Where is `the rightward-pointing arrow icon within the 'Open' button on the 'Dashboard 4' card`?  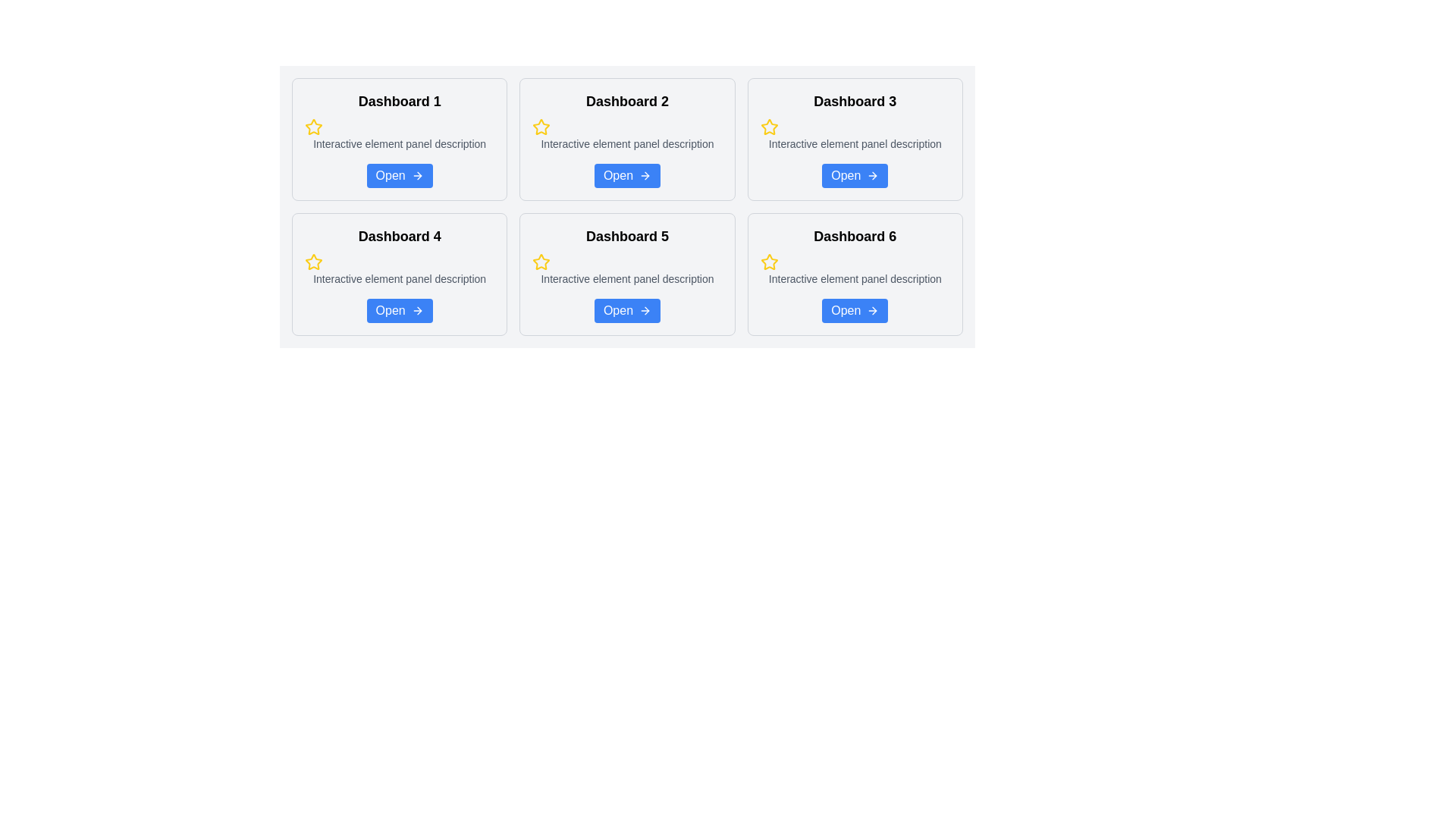
the rightward-pointing arrow icon within the 'Open' button on the 'Dashboard 4' card is located at coordinates (417, 309).